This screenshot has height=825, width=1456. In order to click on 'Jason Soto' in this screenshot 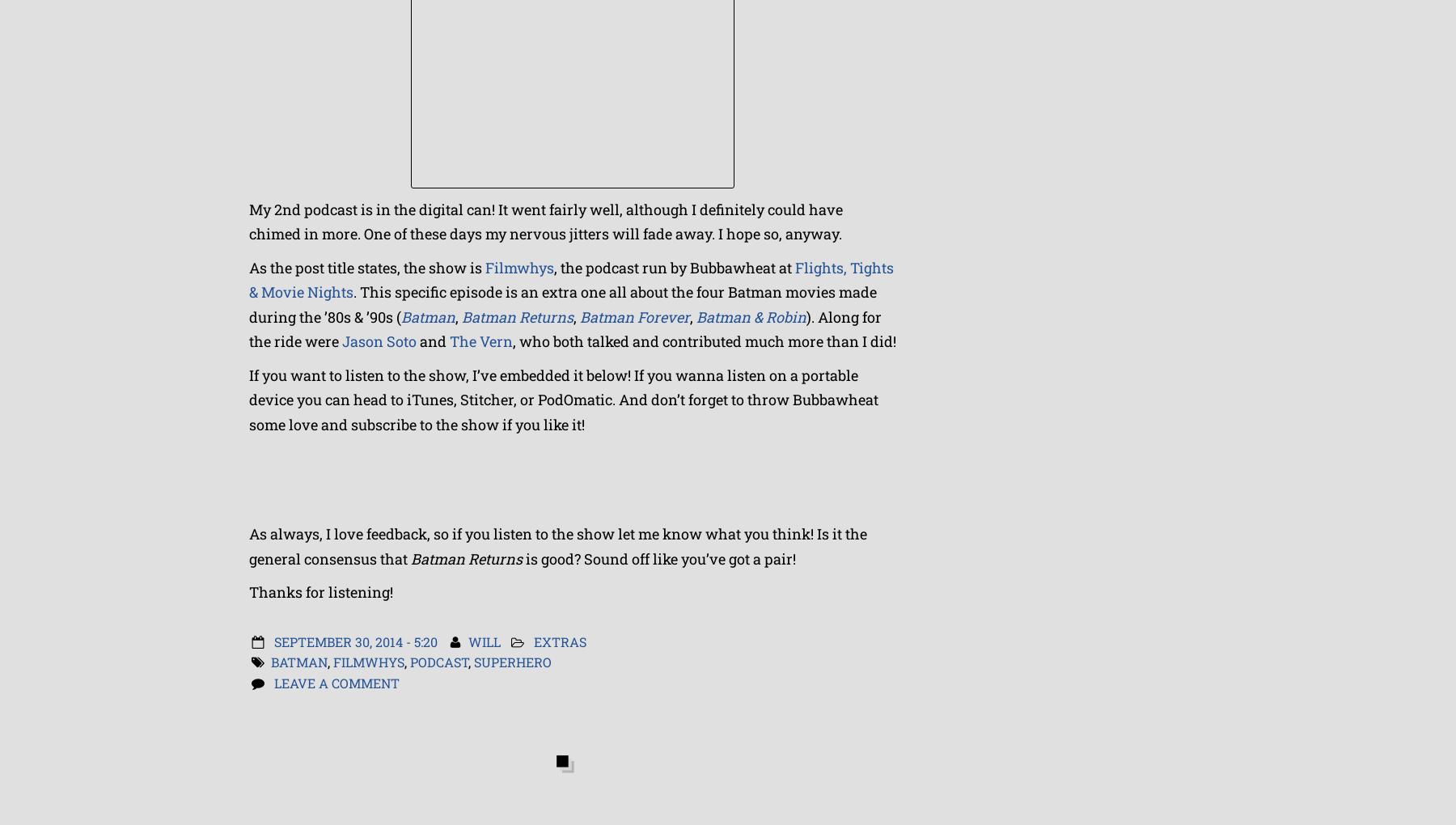, I will do `click(379, 341)`.